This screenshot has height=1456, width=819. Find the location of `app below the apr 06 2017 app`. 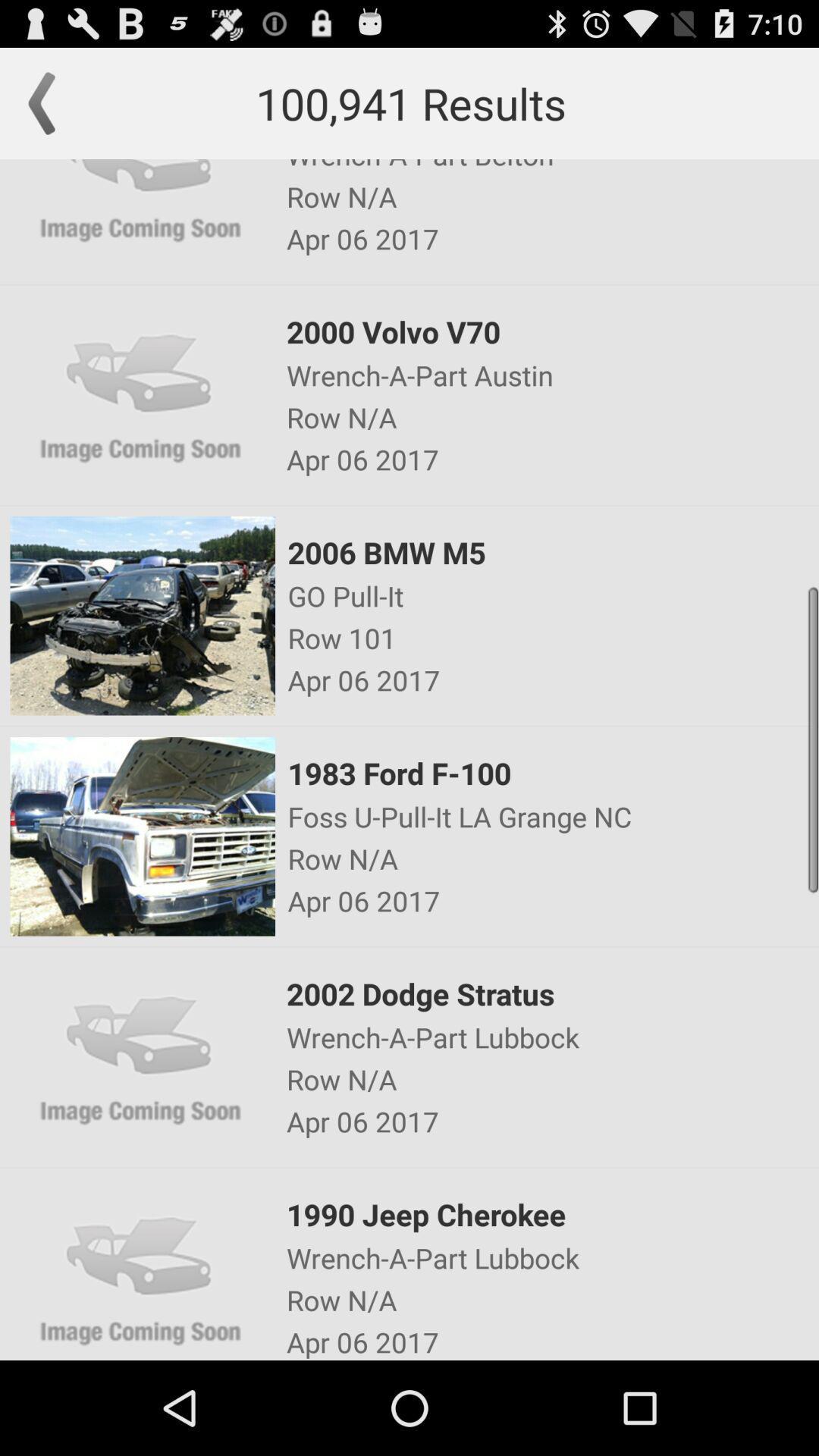

app below the apr 06 2017 app is located at coordinates (552, 773).